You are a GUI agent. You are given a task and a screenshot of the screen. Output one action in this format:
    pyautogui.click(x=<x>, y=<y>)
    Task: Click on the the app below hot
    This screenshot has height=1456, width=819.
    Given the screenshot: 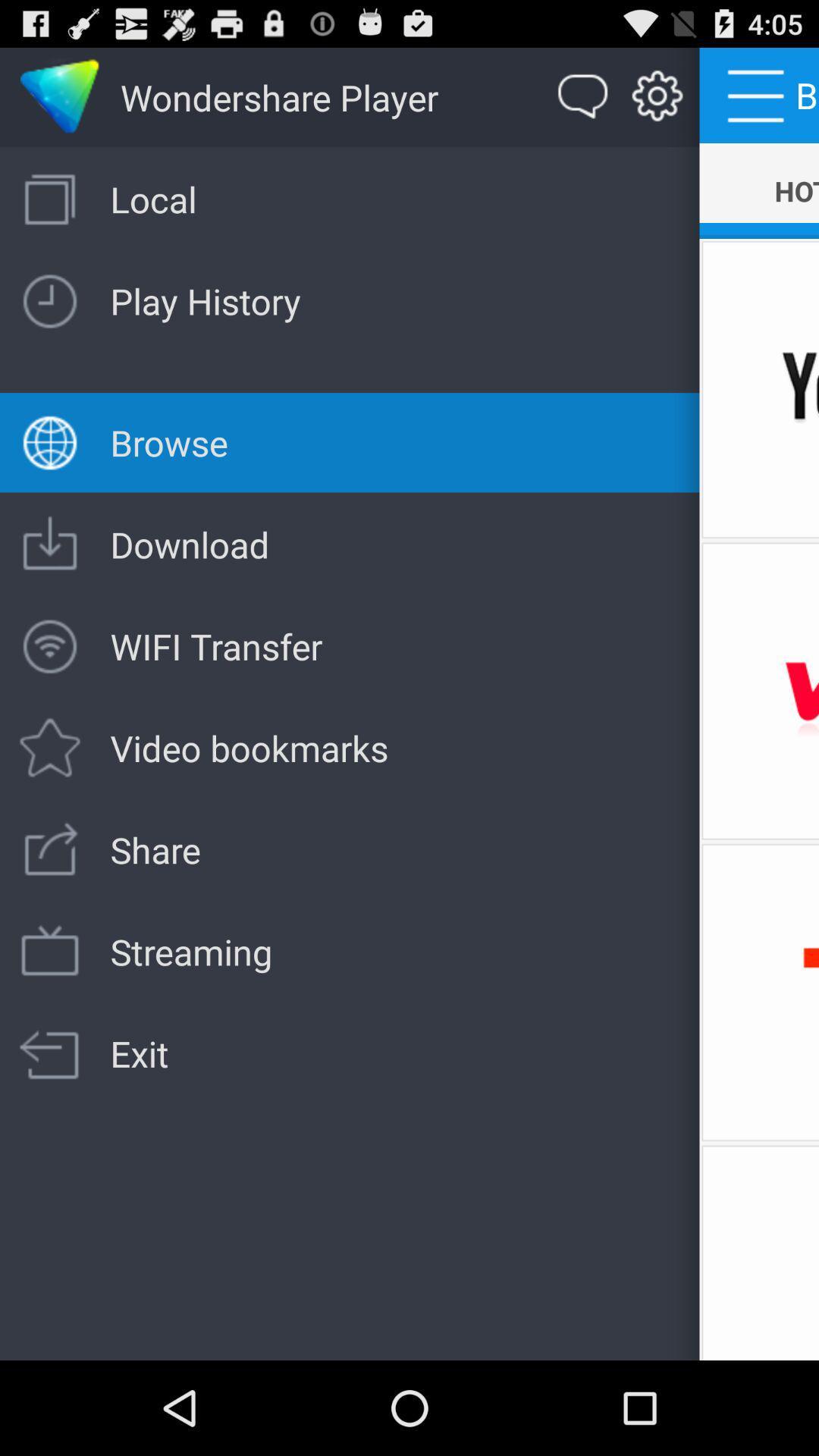 What is the action you would take?
    pyautogui.click(x=759, y=389)
    